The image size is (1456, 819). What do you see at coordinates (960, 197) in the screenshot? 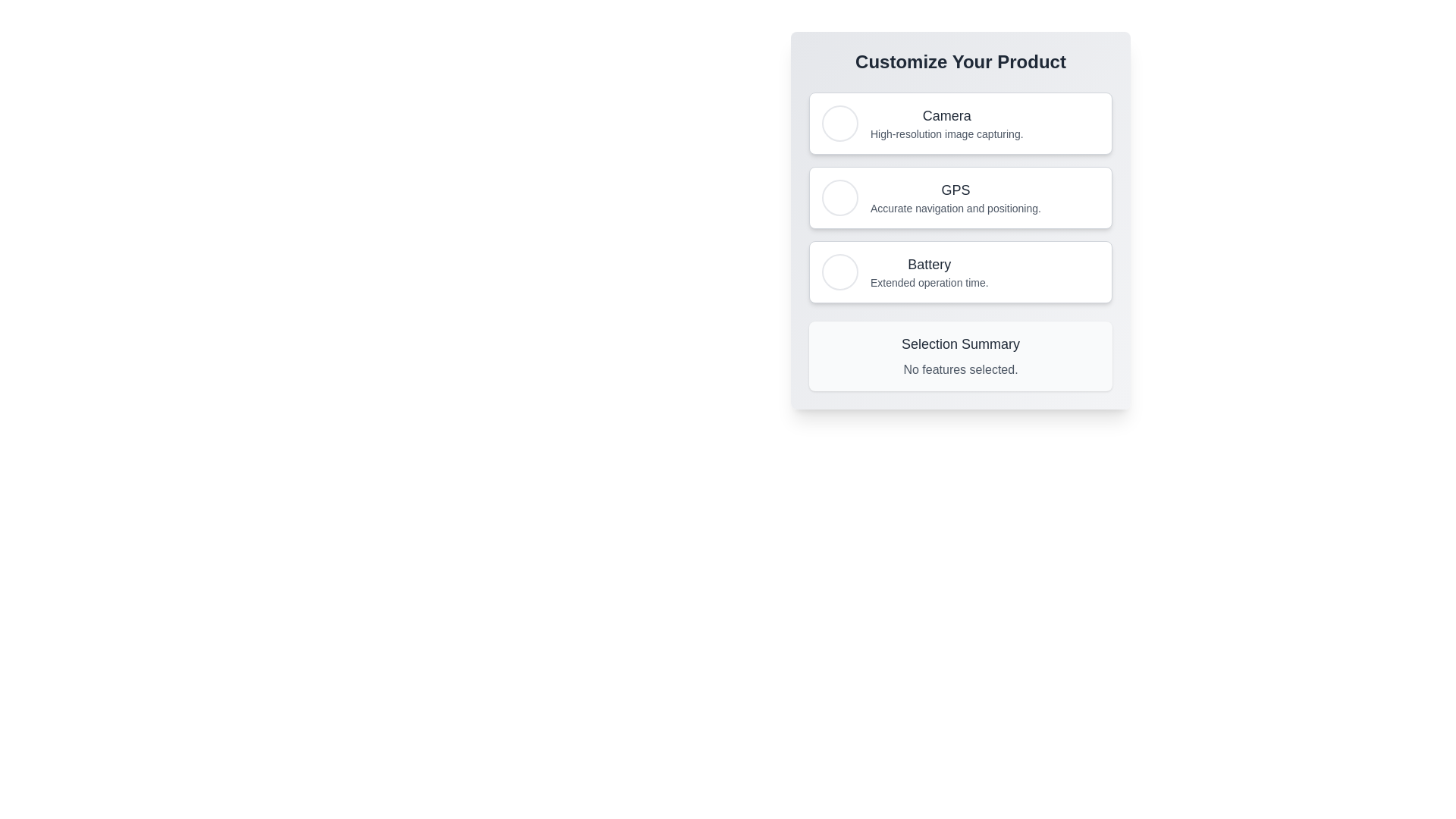
I see `the second selectable card labeled 'GPS' in the 'Customize Your Product' section` at bounding box center [960, 197].